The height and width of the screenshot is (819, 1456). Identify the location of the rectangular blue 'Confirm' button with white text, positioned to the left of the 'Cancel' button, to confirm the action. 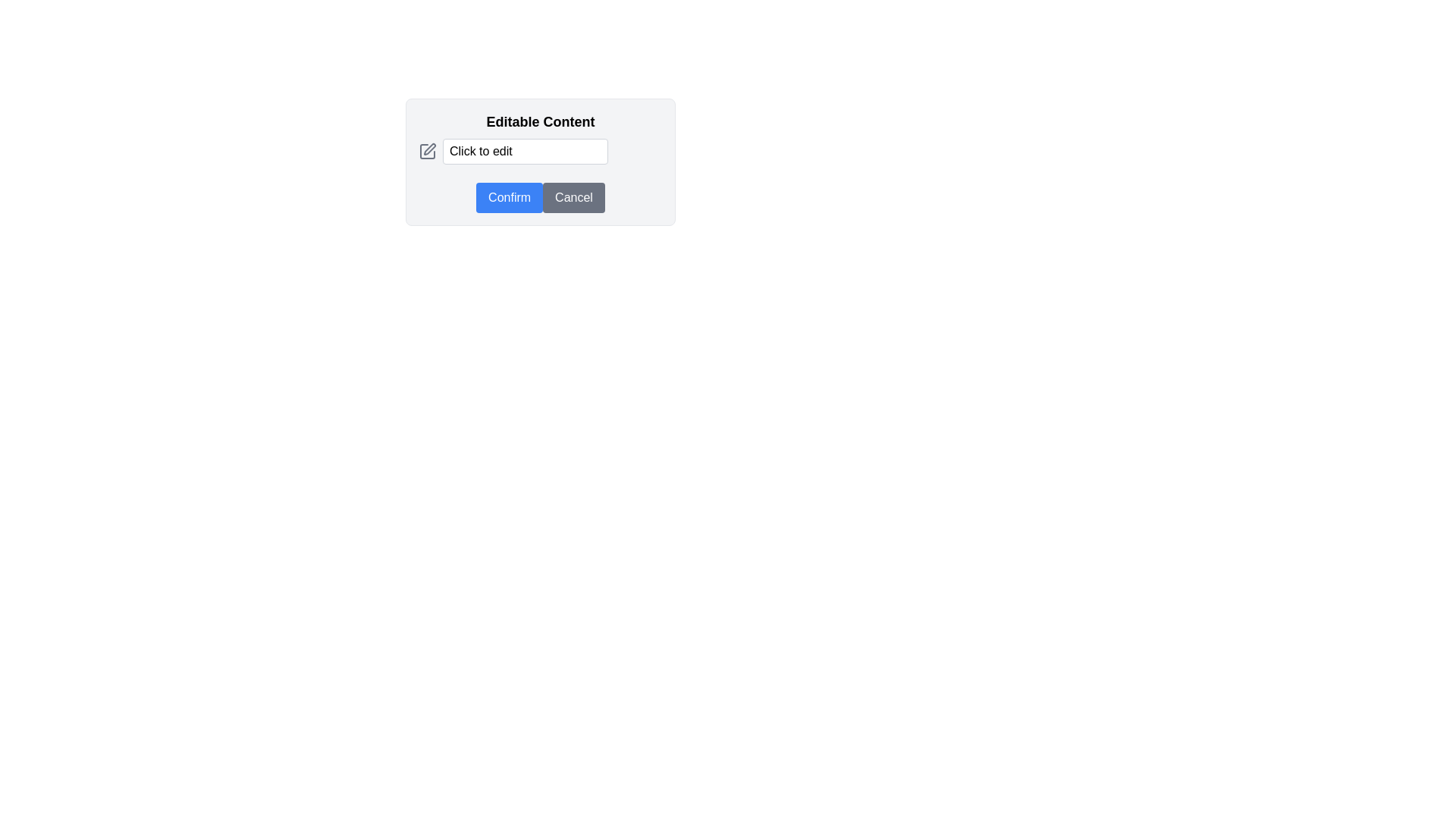
(510, 197).